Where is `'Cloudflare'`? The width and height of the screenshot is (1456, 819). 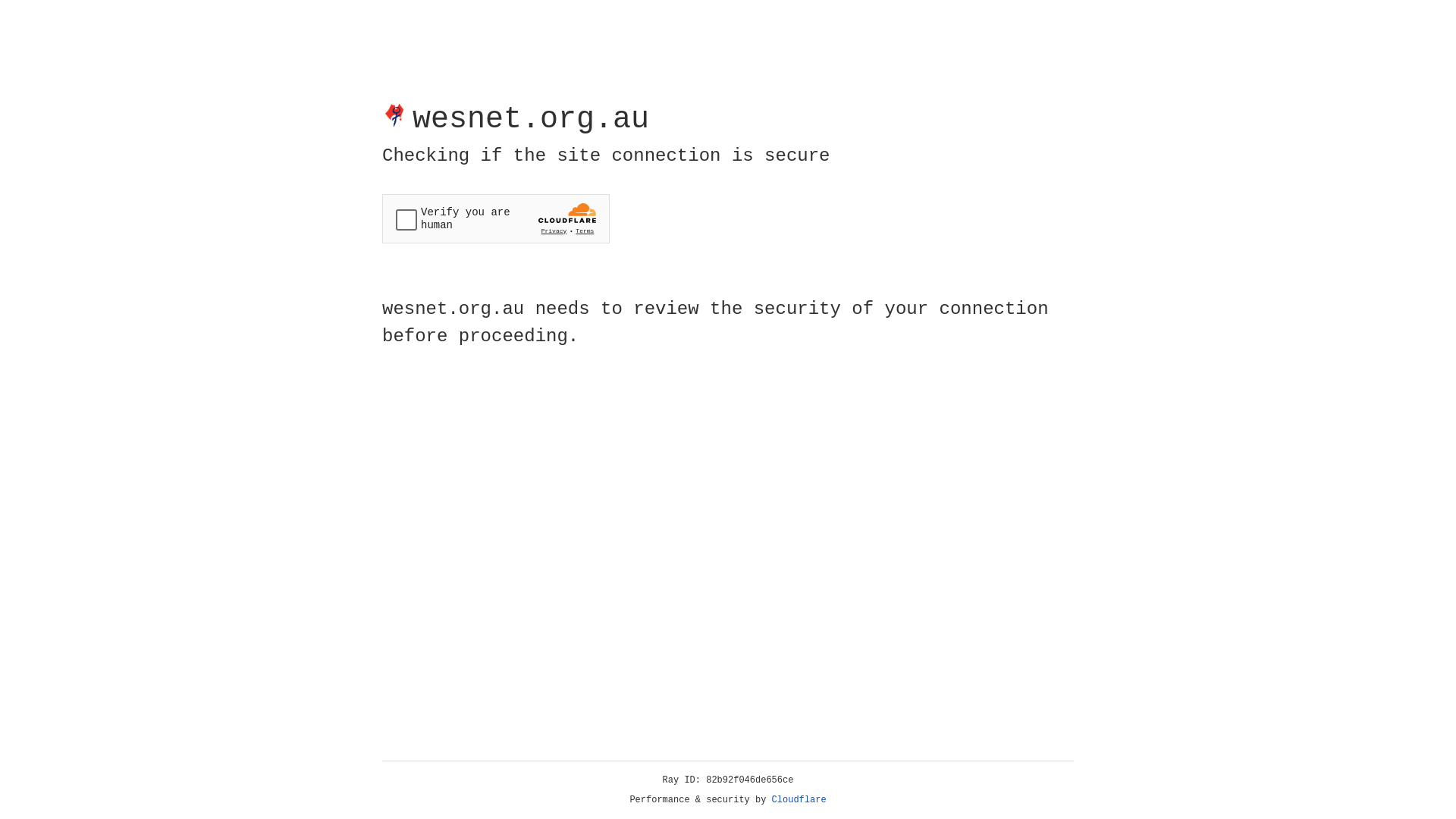 'Cloudflare' is located at coordinates (799, 799).